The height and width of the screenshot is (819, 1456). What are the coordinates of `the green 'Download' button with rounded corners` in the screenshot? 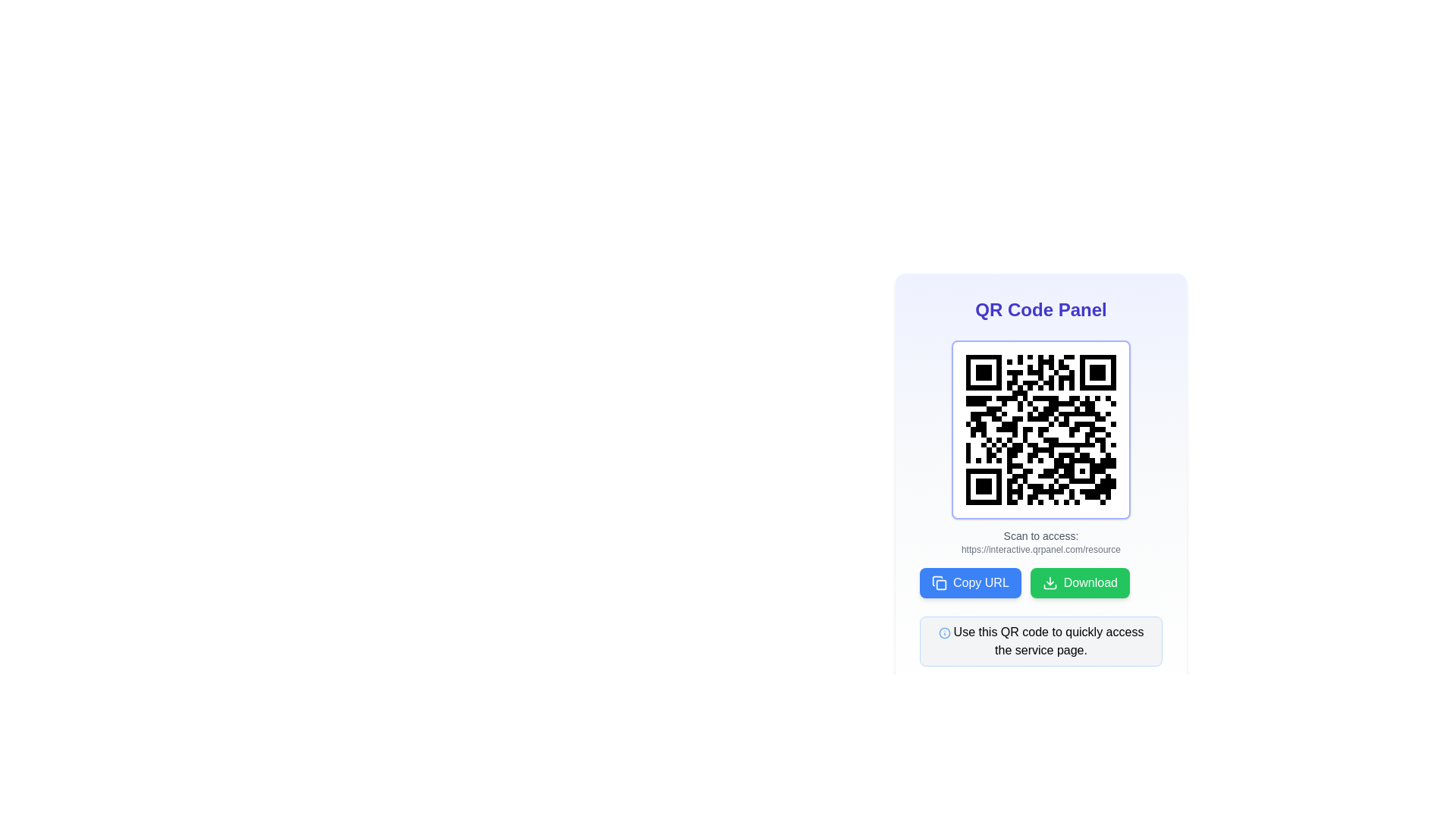 It's located at (1079, 582).